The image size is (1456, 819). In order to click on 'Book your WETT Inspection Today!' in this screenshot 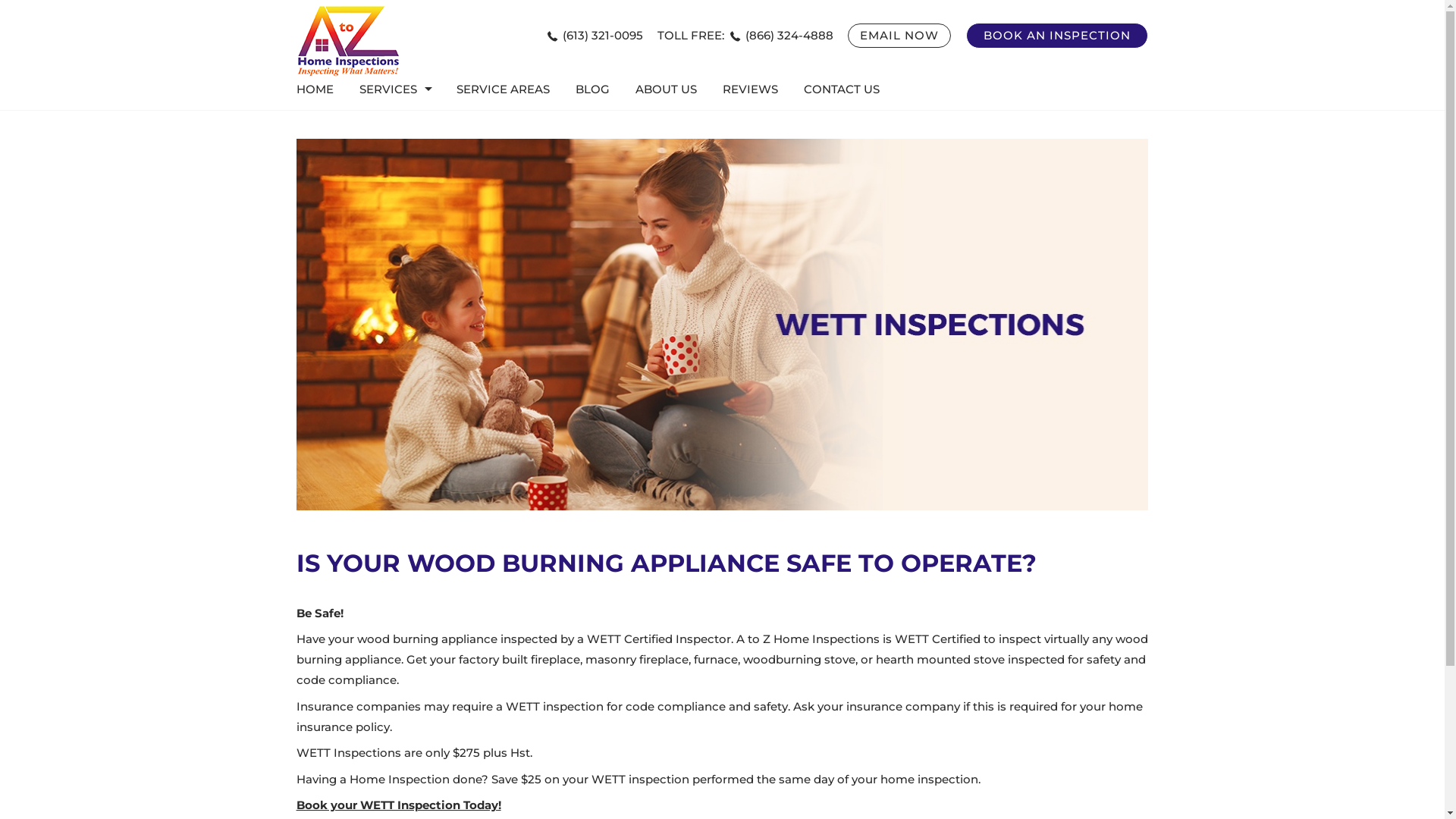, I will do `click(399, 804)`.